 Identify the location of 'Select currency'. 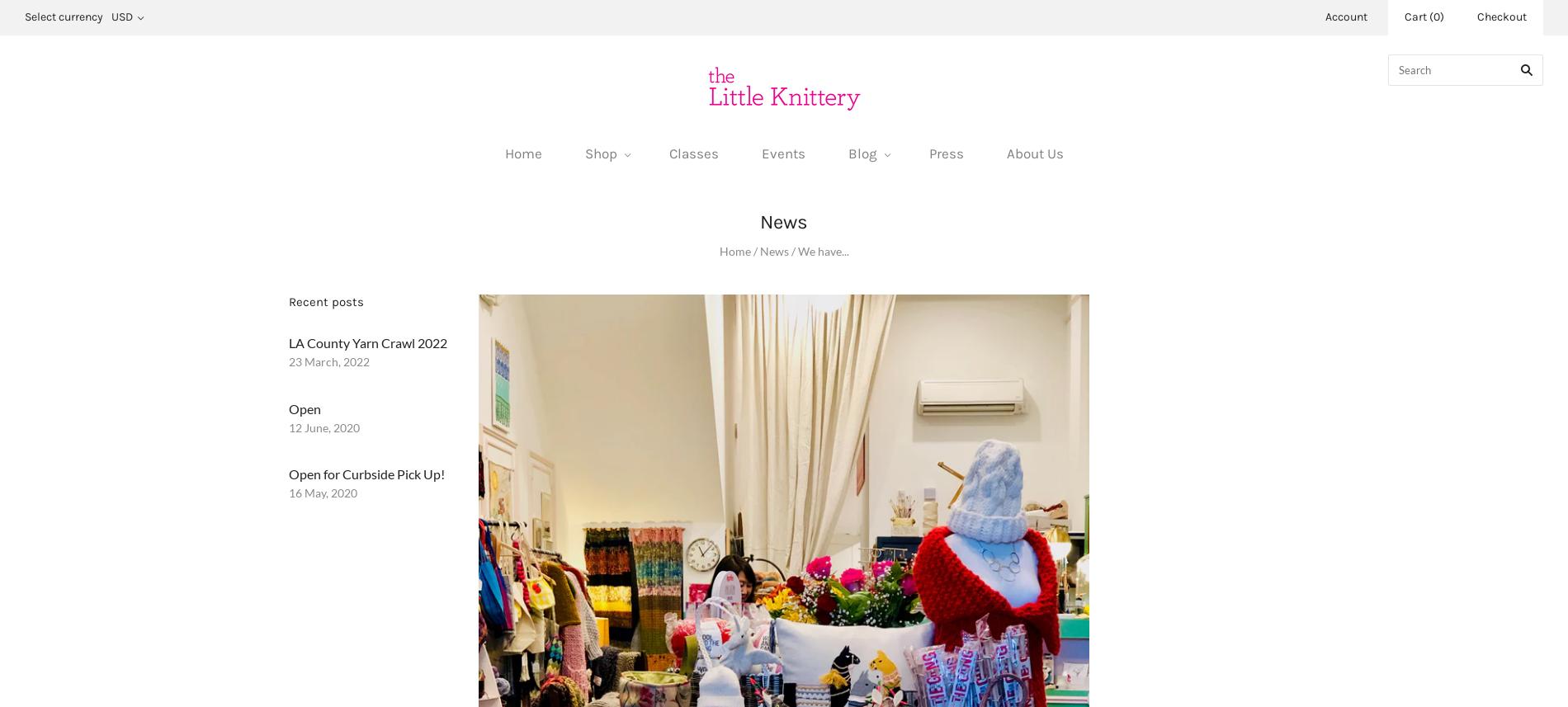
(64, 16).